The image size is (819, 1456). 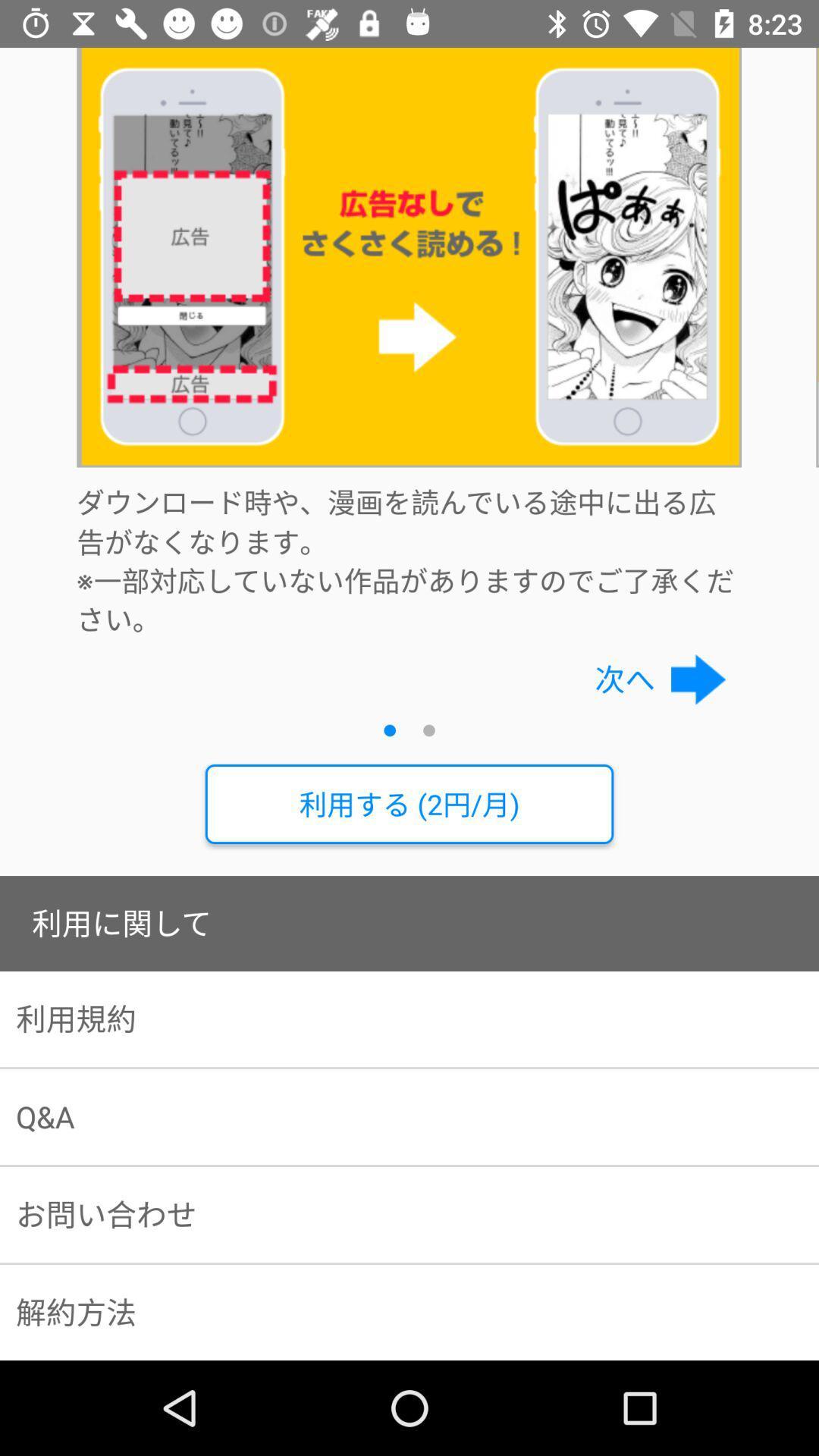 What do you see at coordinates (409, 1117) in the screenshot?
I see `the q&a icon` at bounding box center [409, 1117].